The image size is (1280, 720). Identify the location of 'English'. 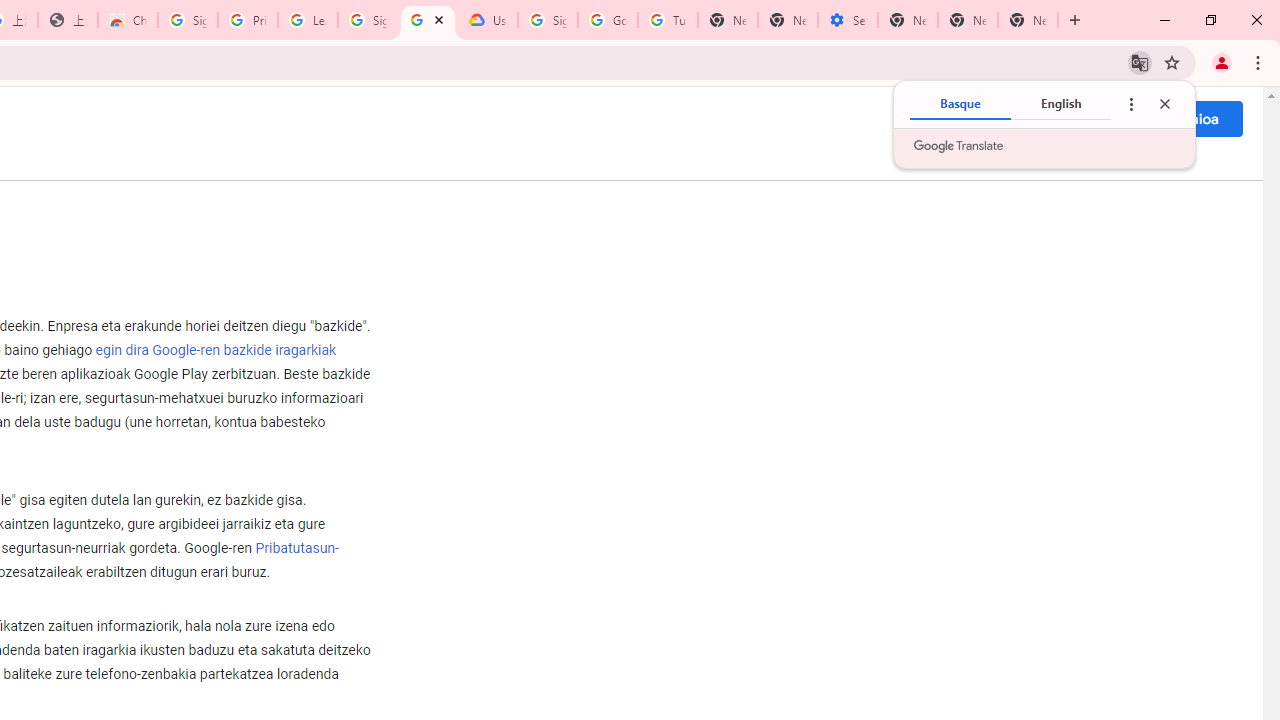
(1060, 104).